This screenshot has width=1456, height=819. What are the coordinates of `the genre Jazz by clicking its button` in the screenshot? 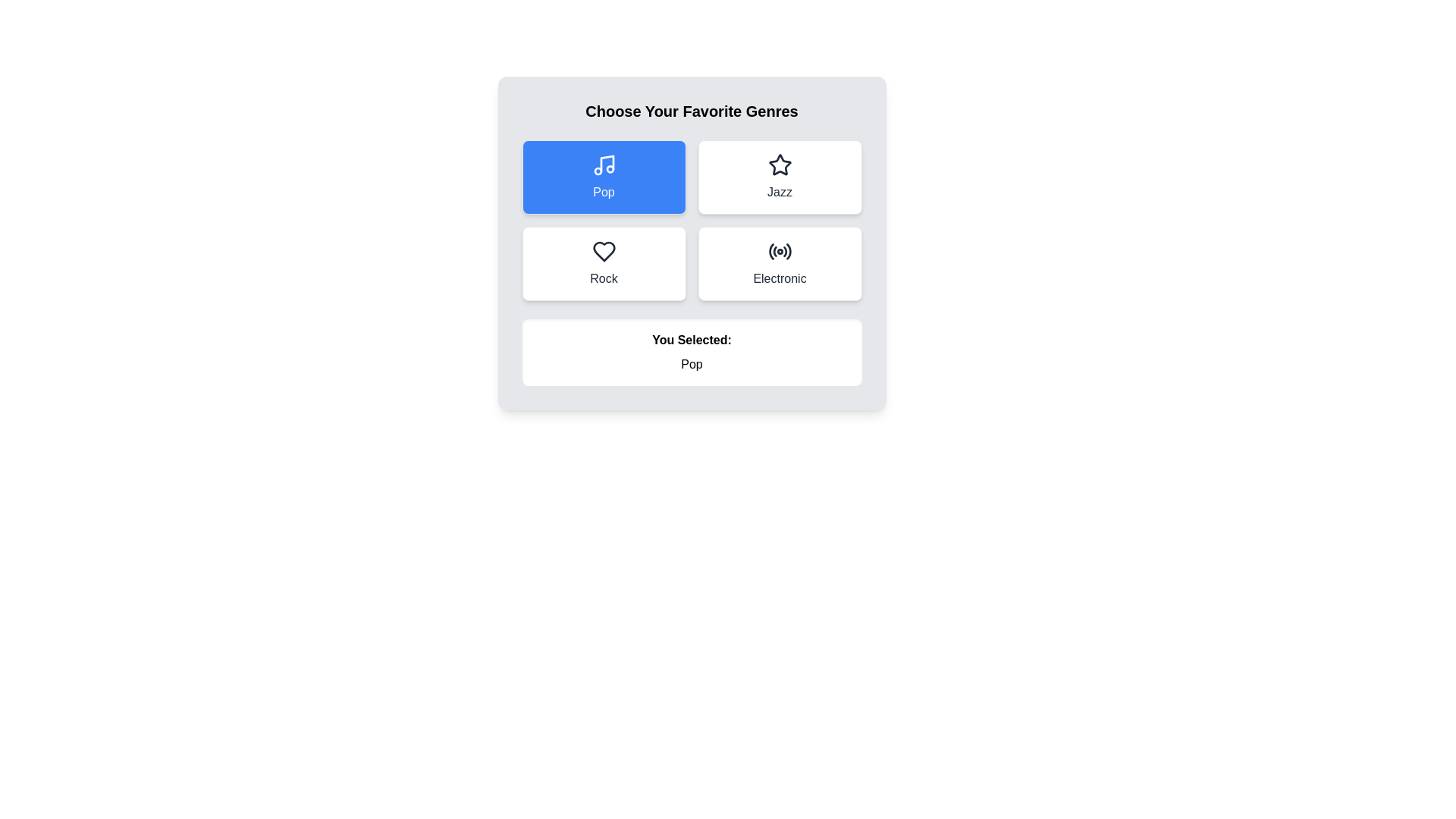 It's located at (780, 177).